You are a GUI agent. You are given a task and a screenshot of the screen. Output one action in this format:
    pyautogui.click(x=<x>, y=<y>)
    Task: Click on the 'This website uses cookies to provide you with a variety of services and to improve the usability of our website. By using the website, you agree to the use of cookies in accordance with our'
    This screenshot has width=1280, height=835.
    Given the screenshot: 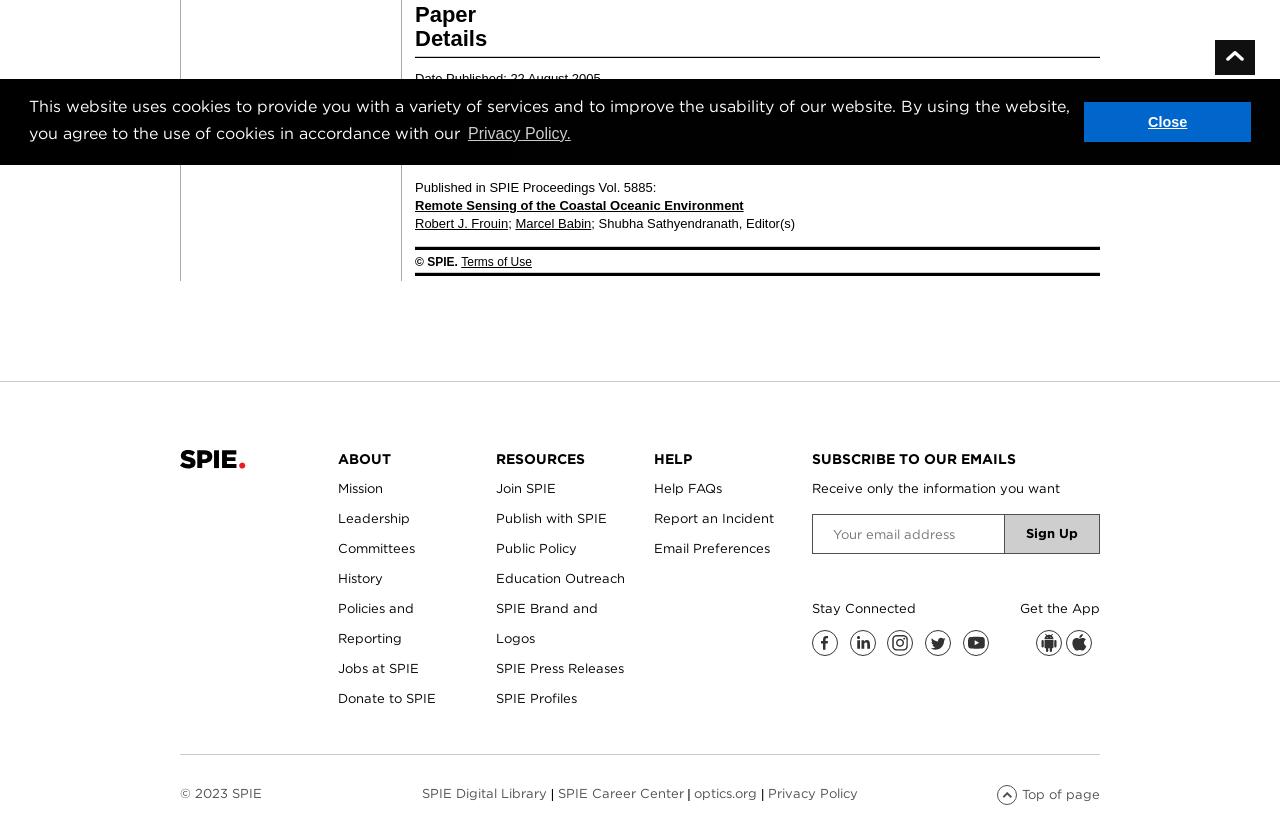 What is the action you would take?
    pyautogui.click(x=548, y=117)
    